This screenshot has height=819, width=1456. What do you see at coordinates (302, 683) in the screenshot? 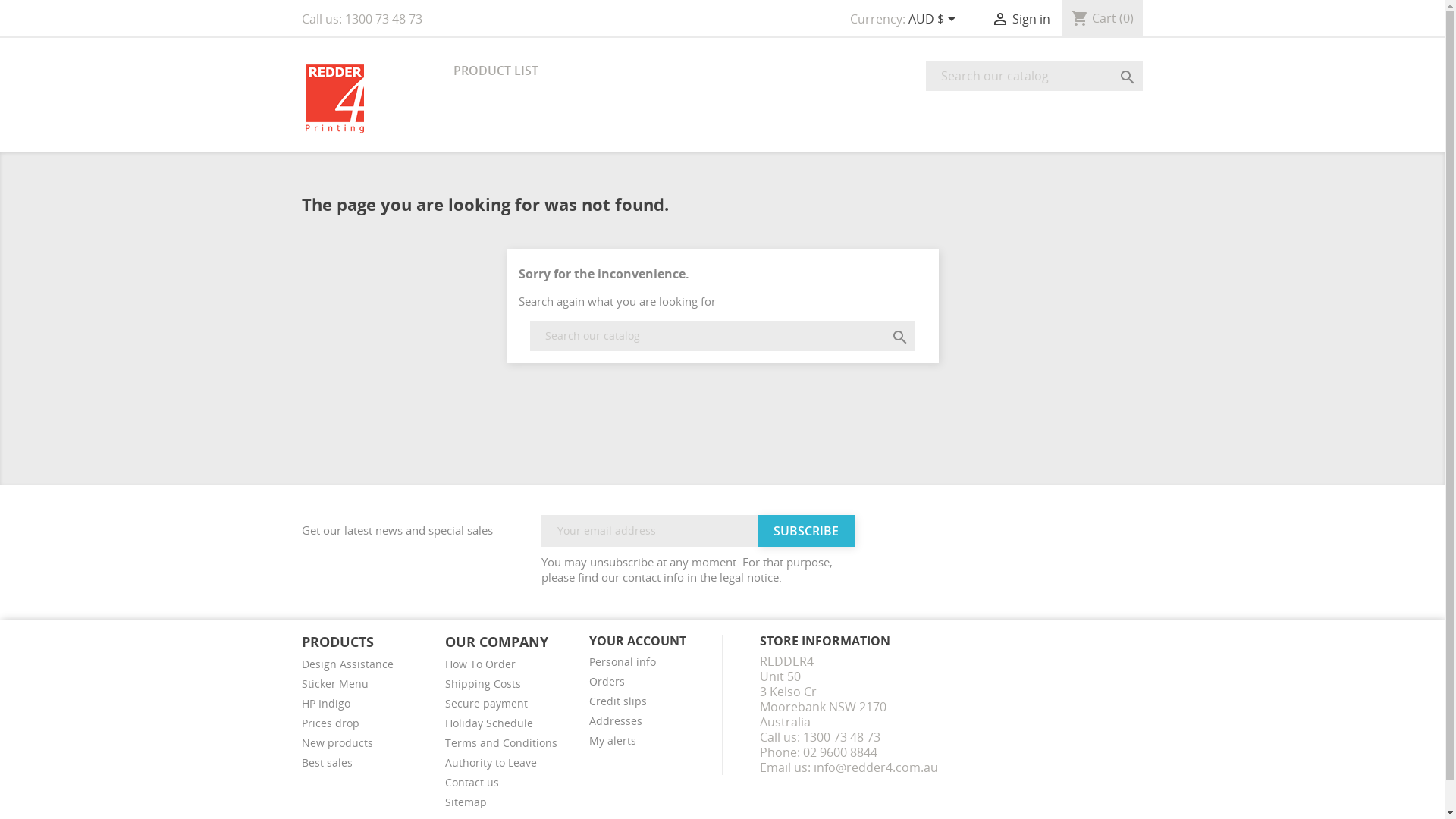
I see `'Sticker Menu'` at bounding box center [302, 683].